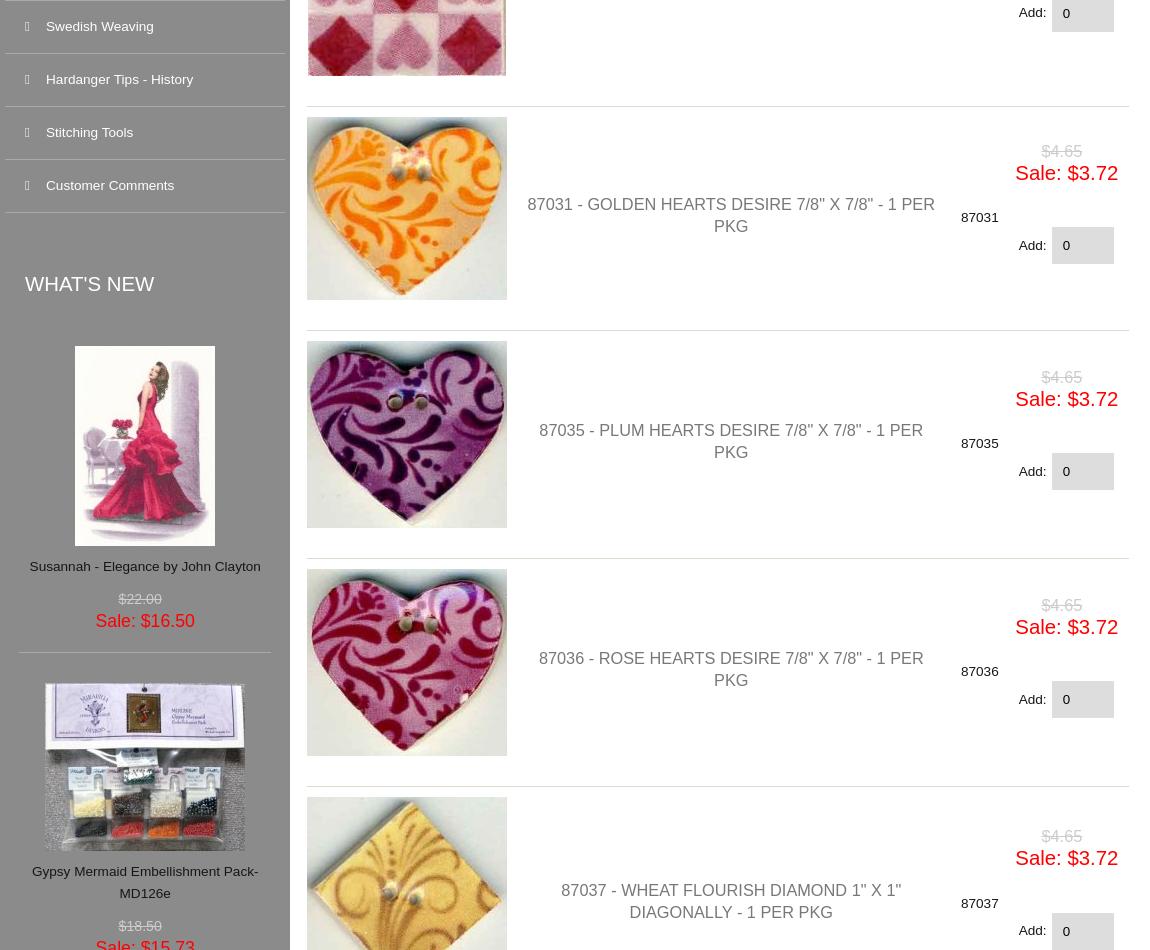 The width and height of the screenshot is (1150, 950). I want to click on 'Stitching Tools', so click(88, 132).